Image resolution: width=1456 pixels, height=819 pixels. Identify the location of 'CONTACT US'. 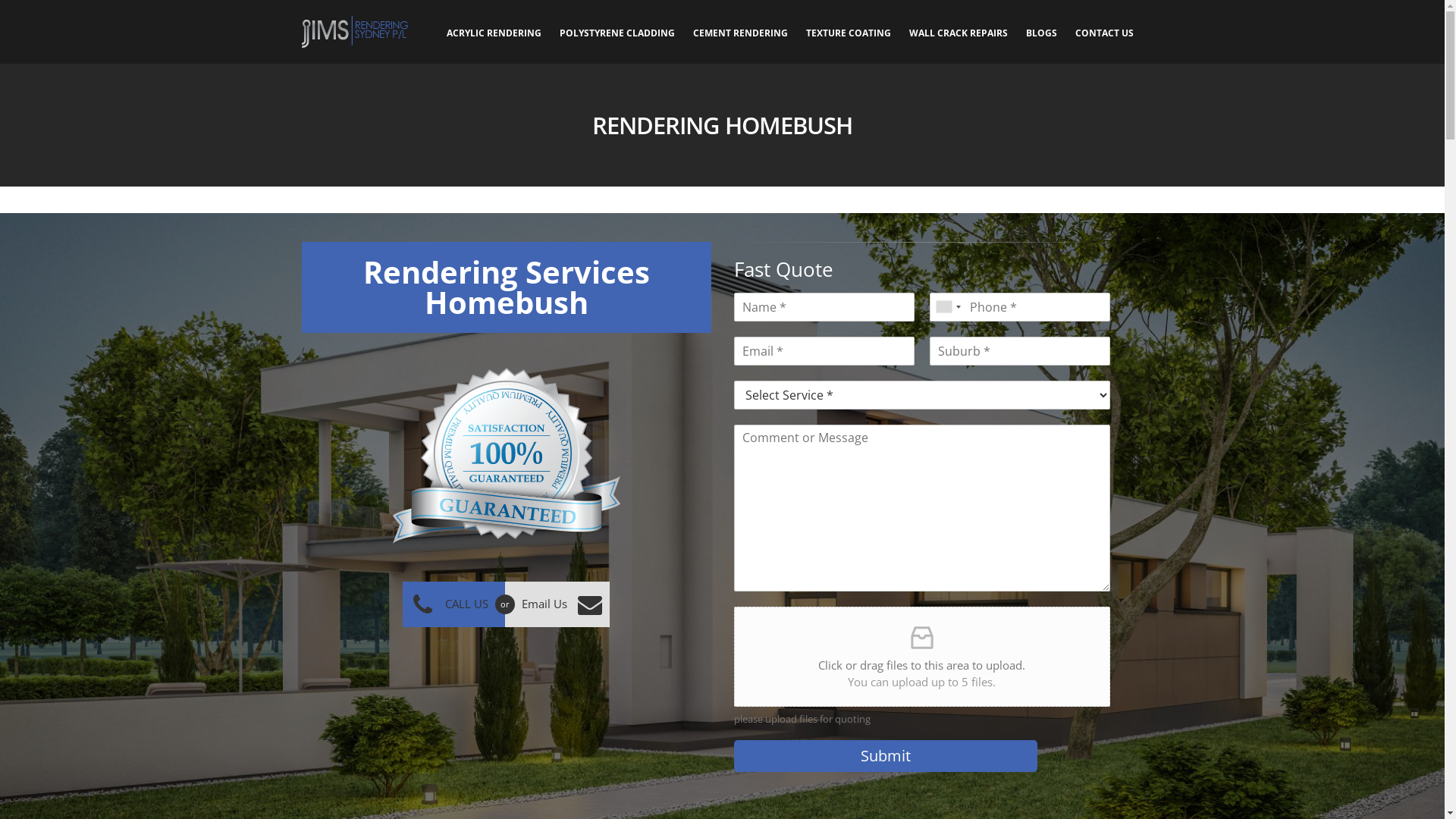
(1104, 32).